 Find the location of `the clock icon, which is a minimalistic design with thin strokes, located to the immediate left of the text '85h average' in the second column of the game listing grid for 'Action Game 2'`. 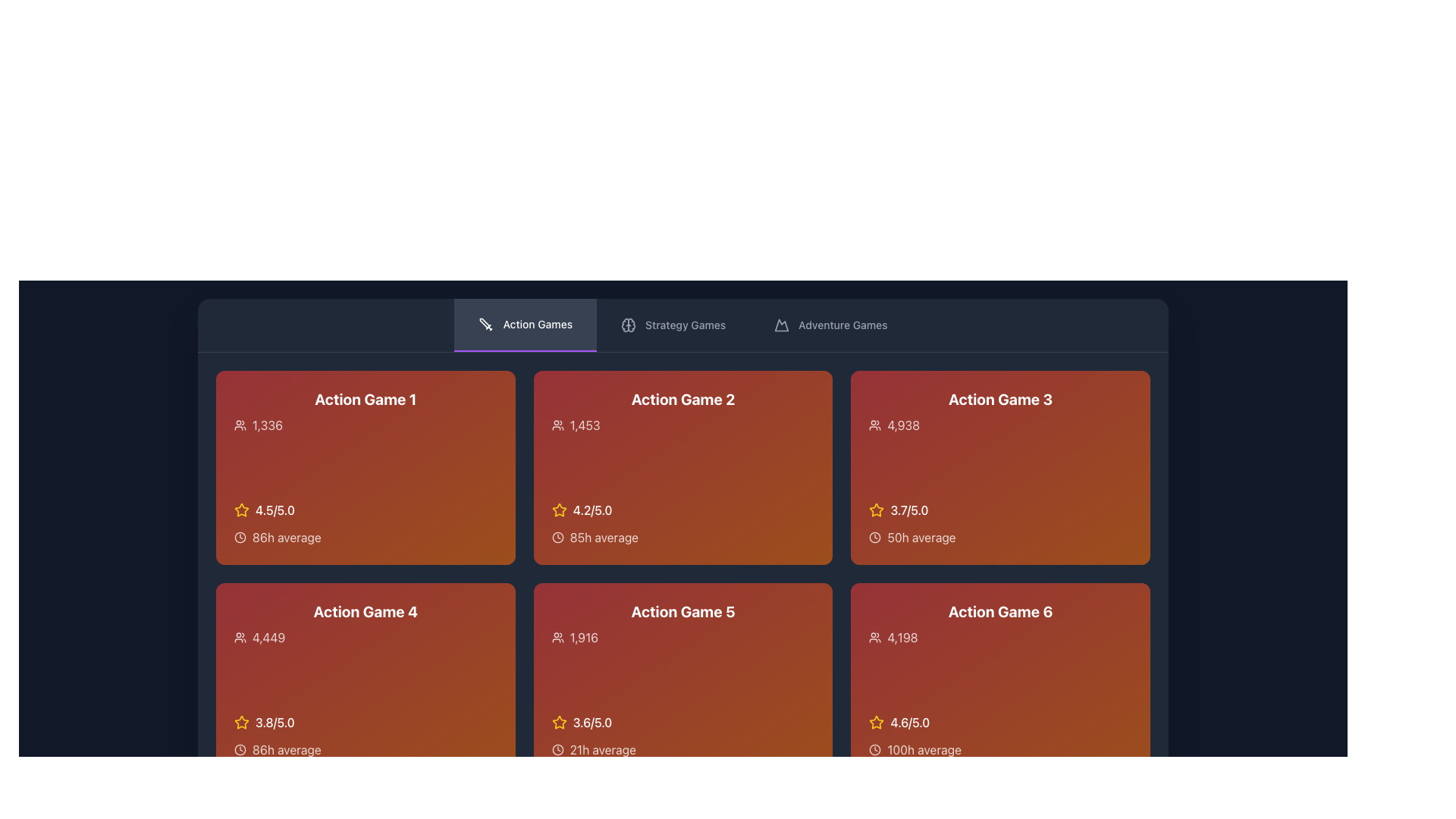

the clock icon, which is a minimalistic design with thin strokes, located to the immediate left of the text '85h average' in the second column of the game listing grid for 'Action Game 2' is located at coordinates (557, 537).